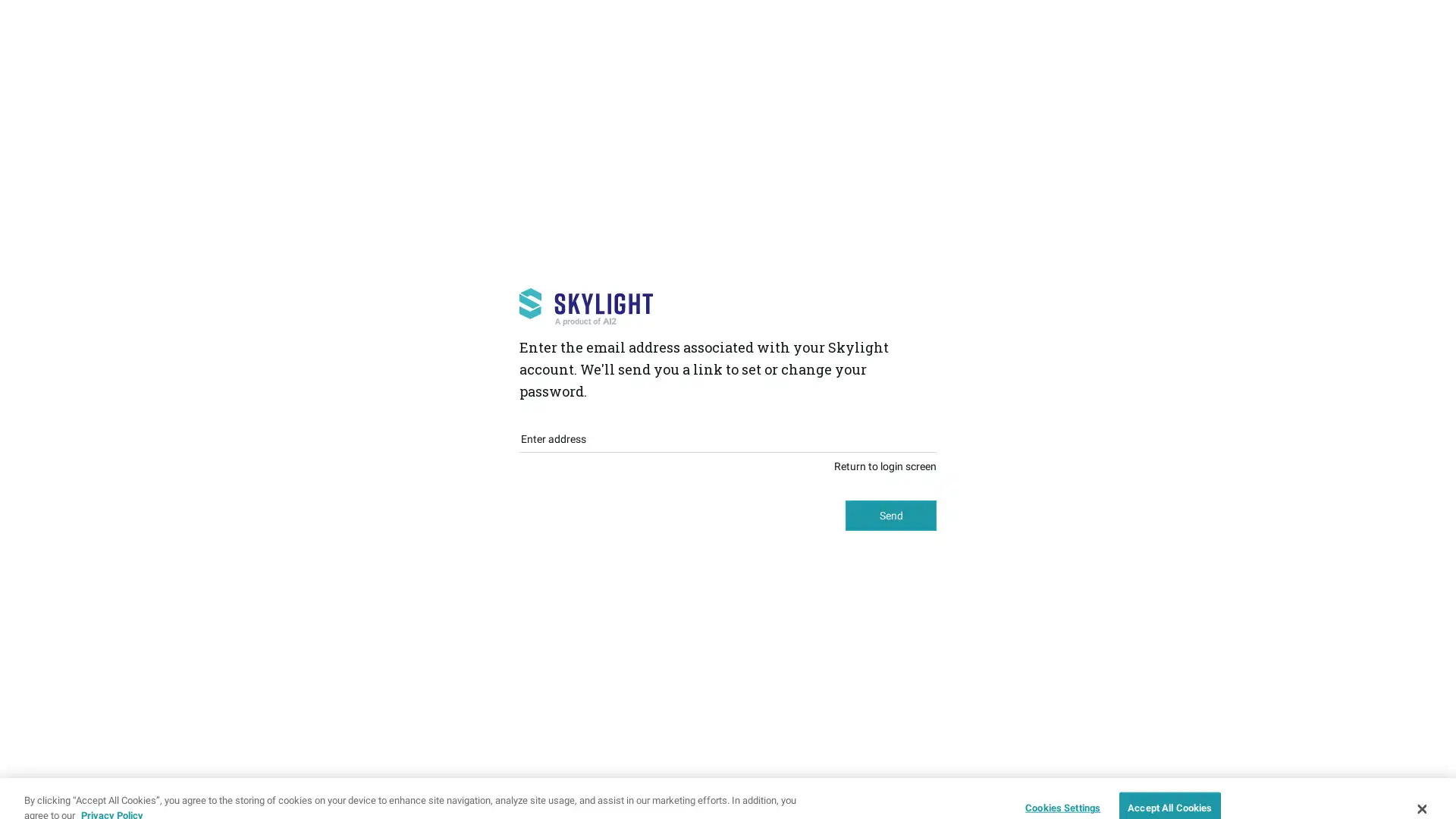 The height and width of the screenshot is (819, 1456). I want to click on Send, so click(891, 514).